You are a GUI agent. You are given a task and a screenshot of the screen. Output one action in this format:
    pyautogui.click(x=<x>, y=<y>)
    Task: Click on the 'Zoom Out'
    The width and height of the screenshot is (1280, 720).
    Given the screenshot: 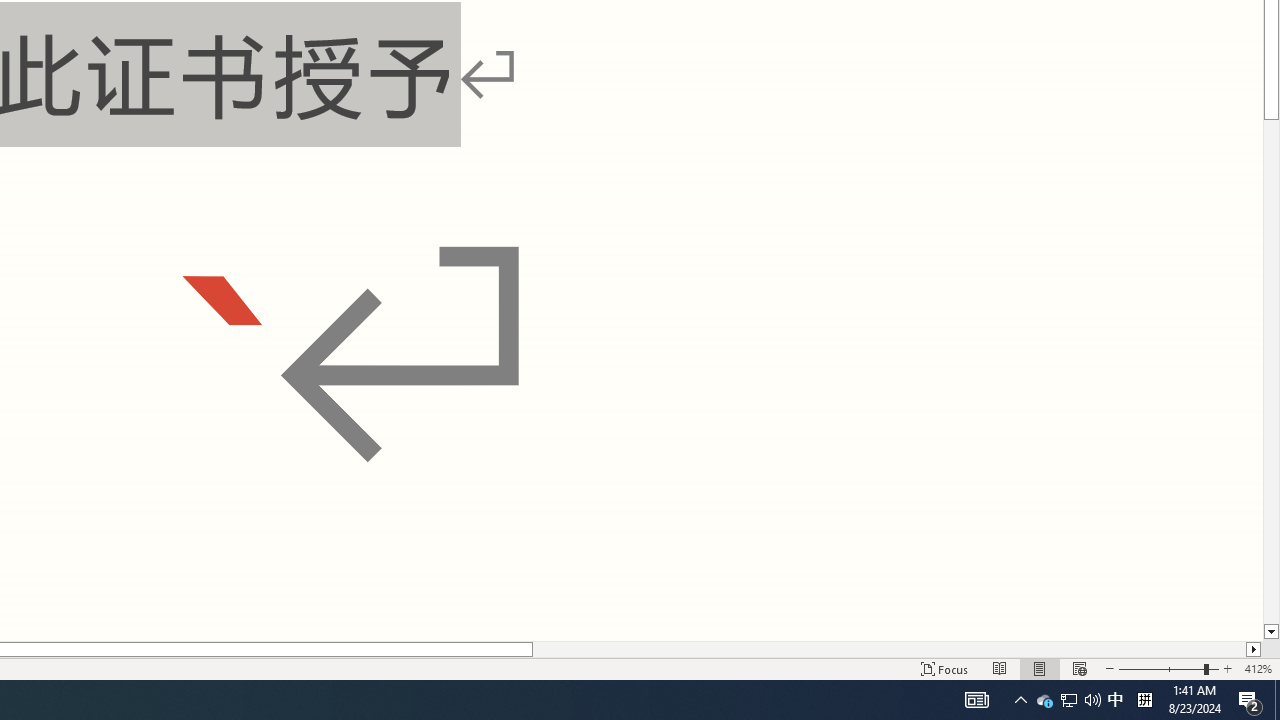 What is the action you would take?
    pyautogui.click(x=1161, y=669)
    